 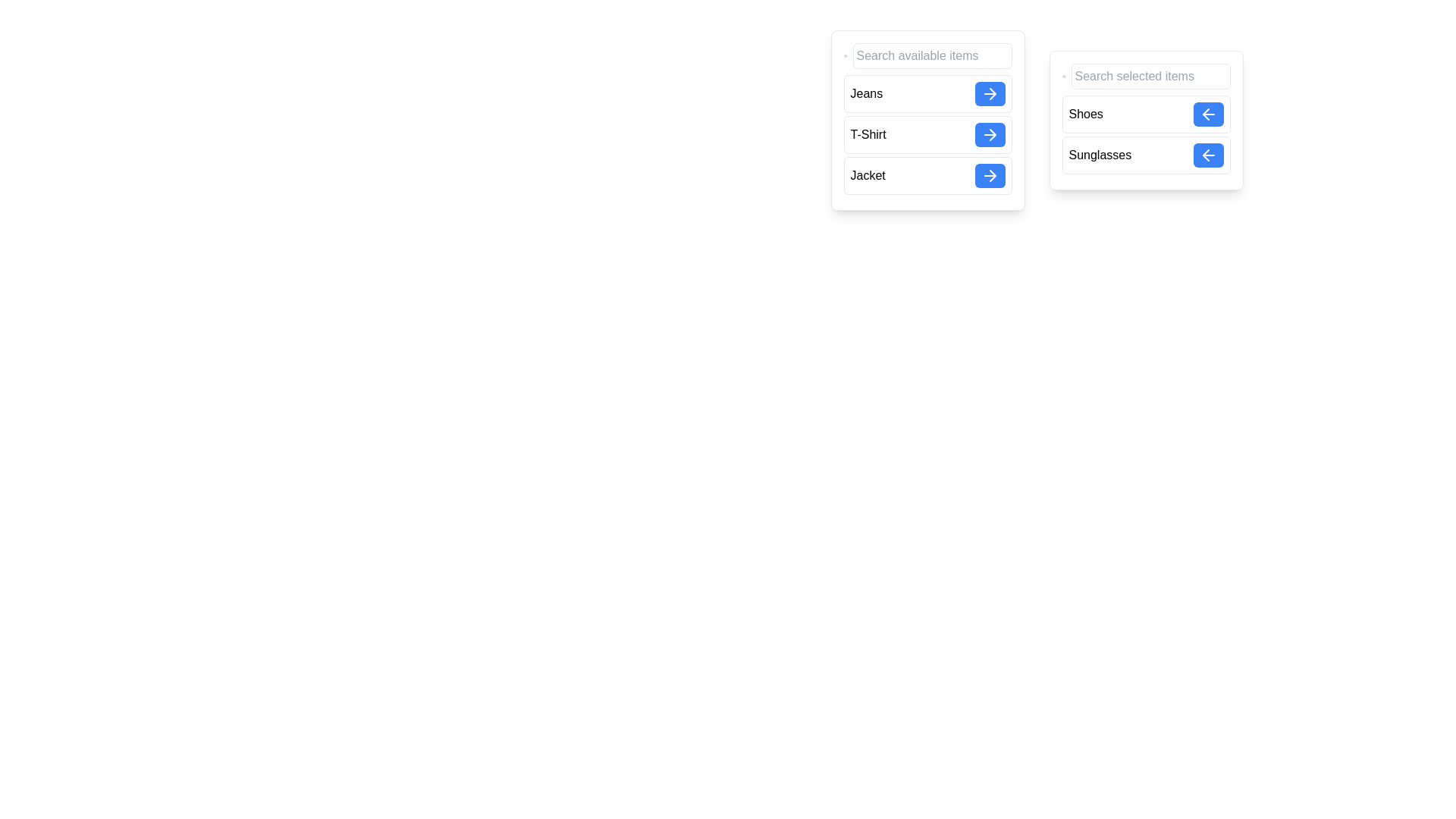 What do you see at coordinates (868, 133) in the screenshot?
I see `text from the 'T-Shirt' label located in the left-side panel labeled 'Search available items', which is the second item in the list between 'Jeans' and 'Jacket'` at bounding box center [868, 133].